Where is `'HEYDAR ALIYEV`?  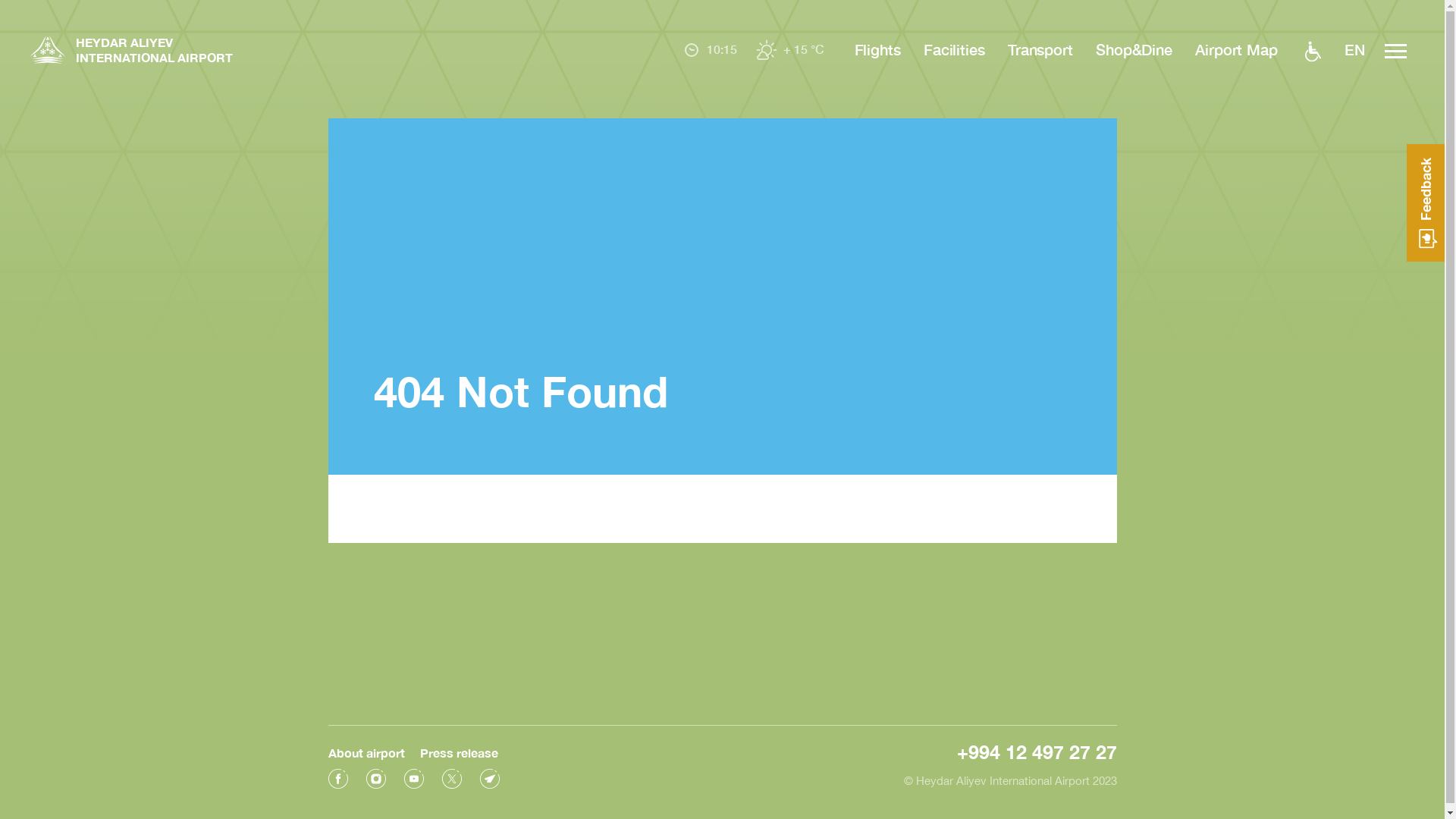 'HEYDAR ALIYEV is located at coordinates (131, 51).